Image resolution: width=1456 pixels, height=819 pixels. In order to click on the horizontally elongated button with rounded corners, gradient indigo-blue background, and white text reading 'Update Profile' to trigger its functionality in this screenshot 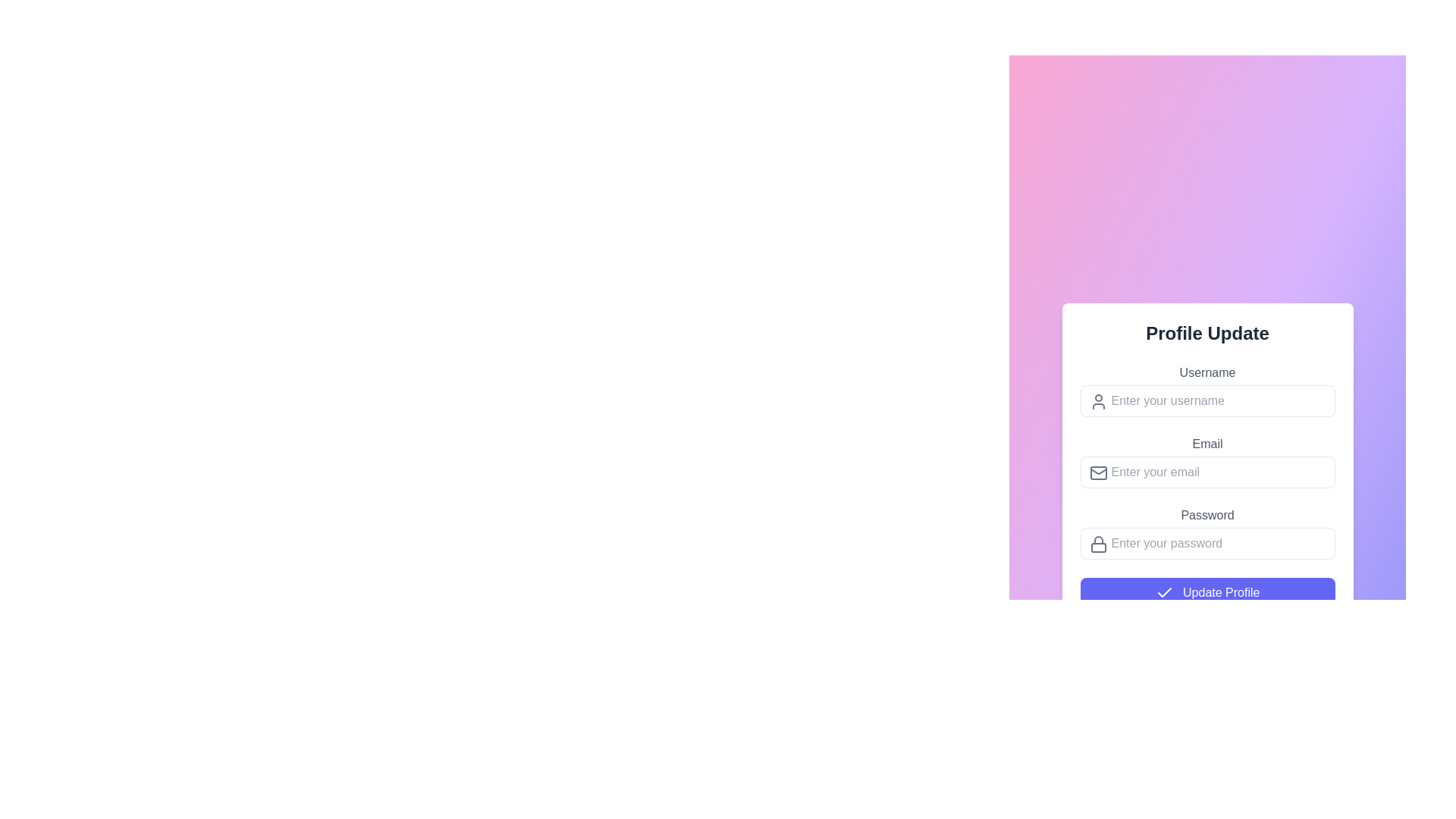, I will do `click(1207, 592)`.